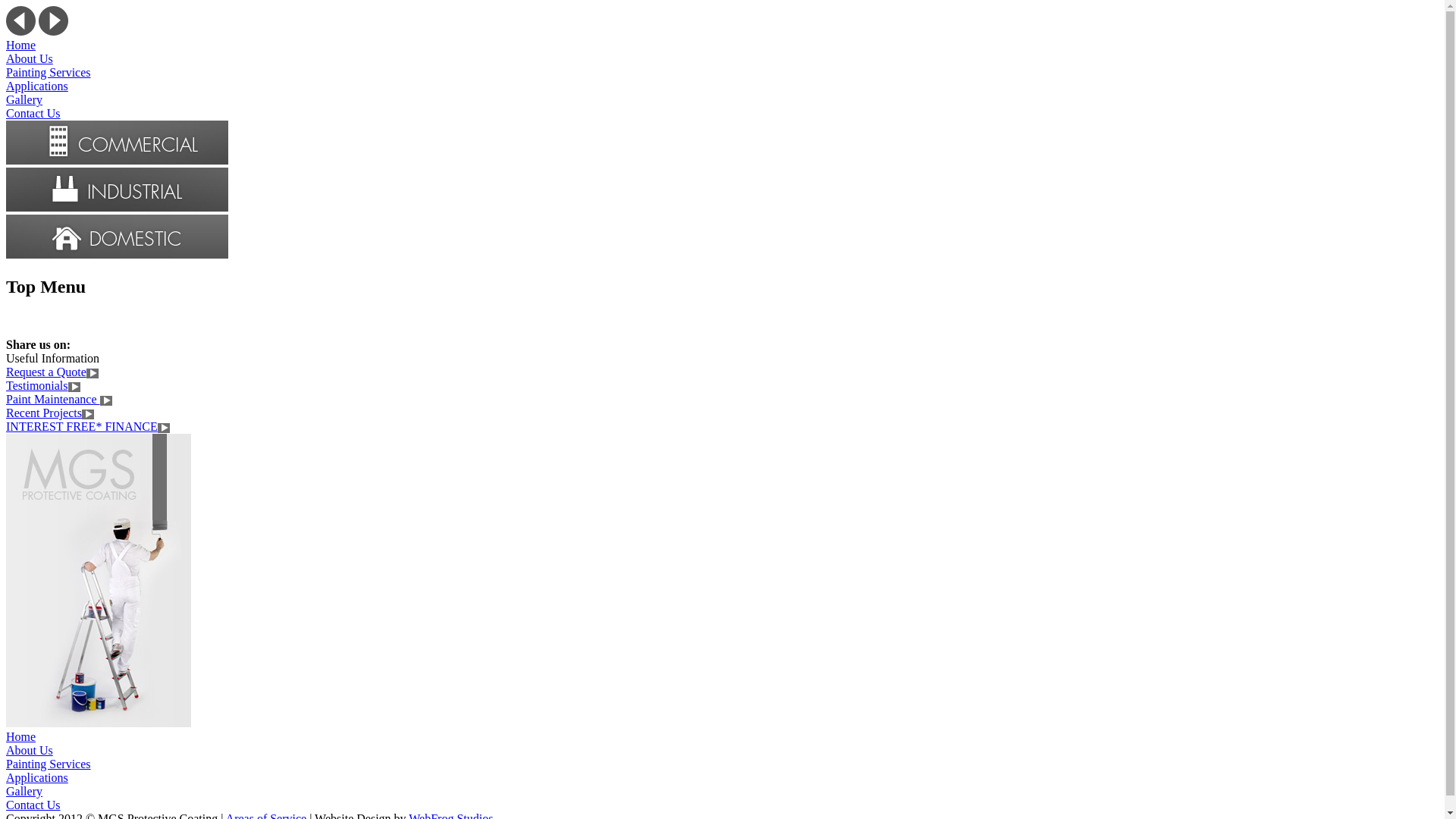  Describe the element at coordinates (48, 72) in the screenshot. I see `'Painting Services'` at that location.